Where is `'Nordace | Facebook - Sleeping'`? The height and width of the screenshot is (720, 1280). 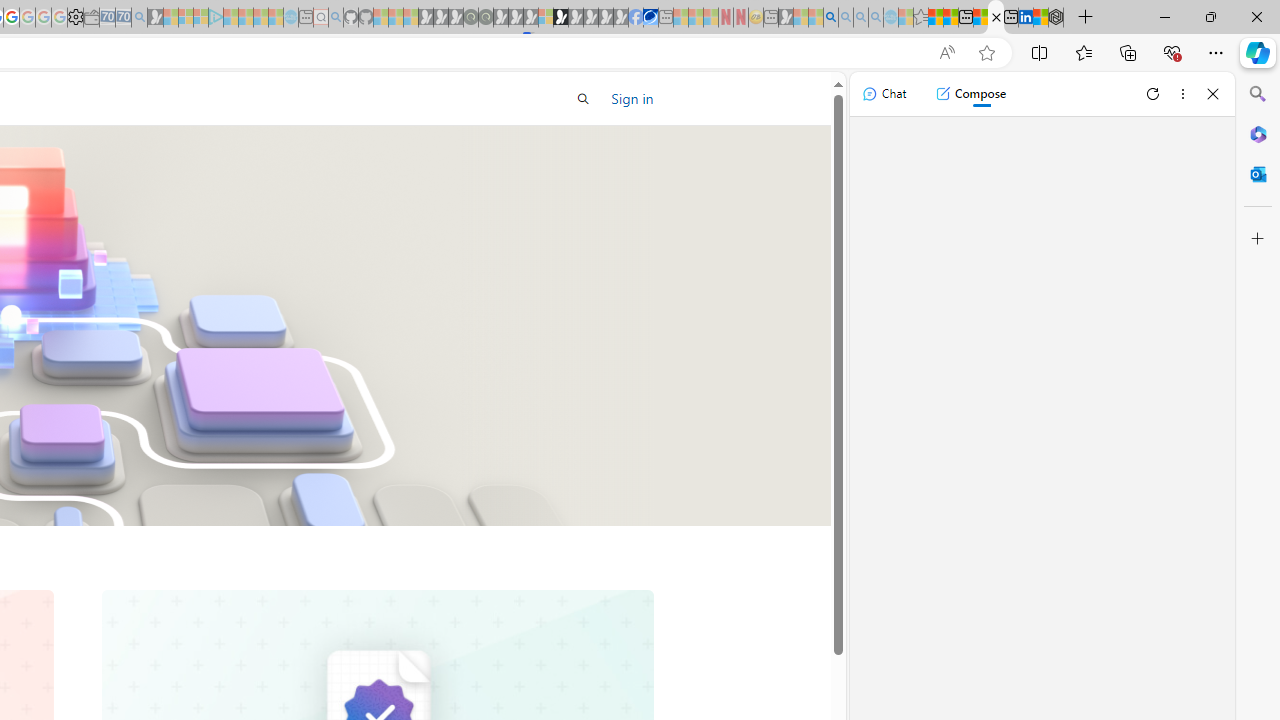
'Nordace | Facebook - Sleeping' is located at coordinates (634, 17).